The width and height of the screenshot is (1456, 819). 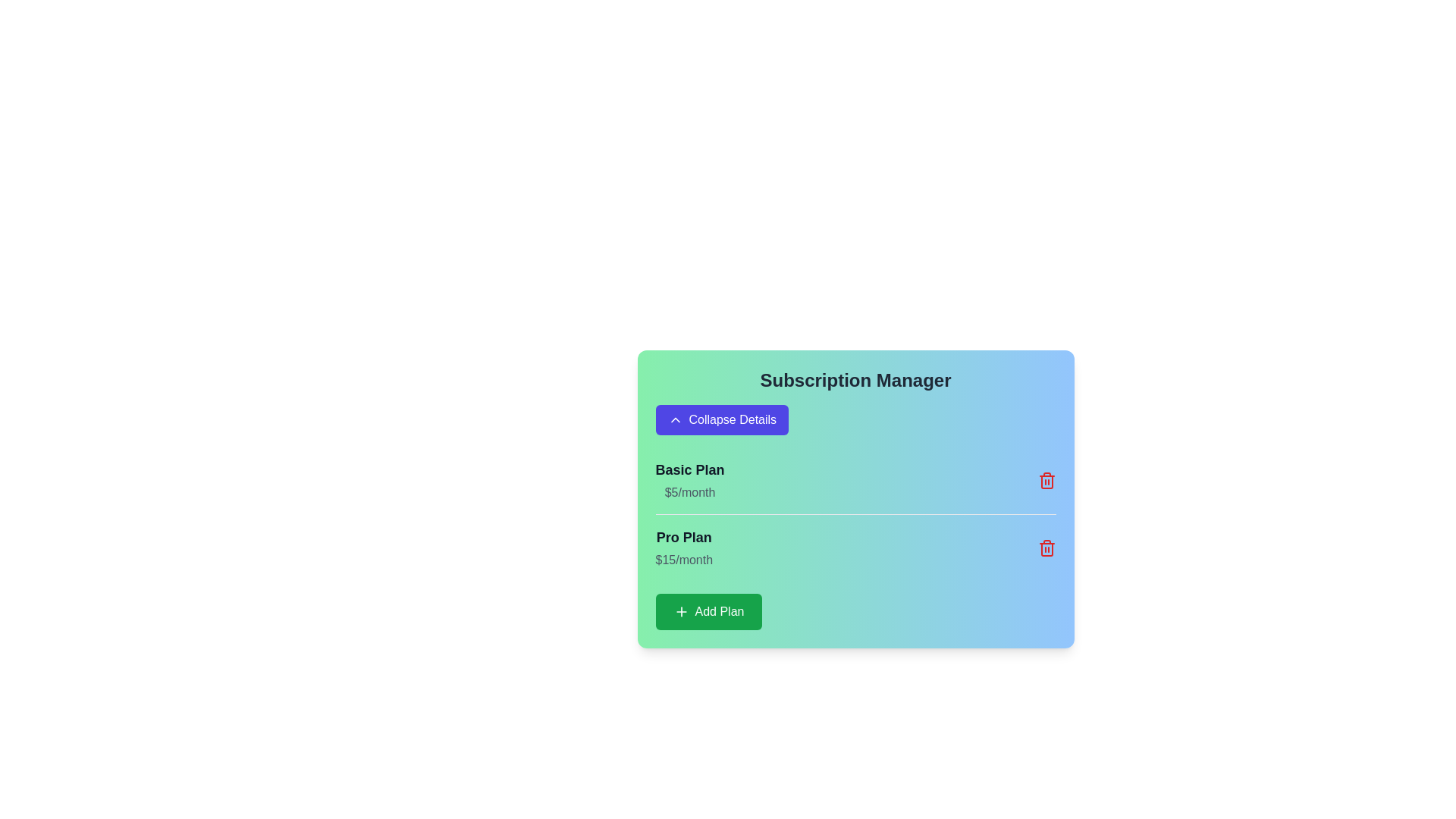 I want to click on the red trash bin icon button in the 'Subscription Manager' interface, so click(x=1046, y=548).